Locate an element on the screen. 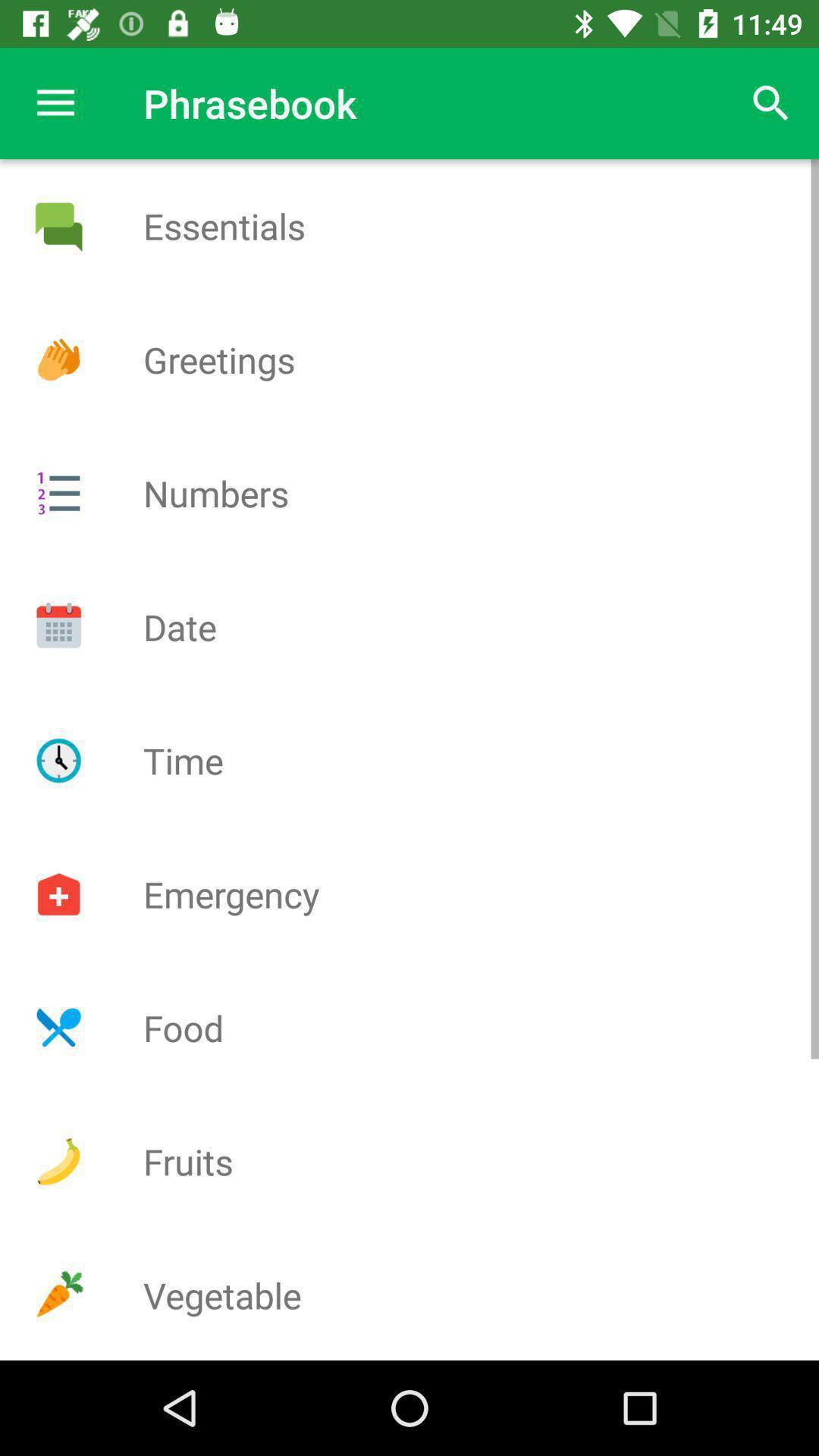 This screenshot has height=1456, width=819. menu page is located at coordinates (58, 493).